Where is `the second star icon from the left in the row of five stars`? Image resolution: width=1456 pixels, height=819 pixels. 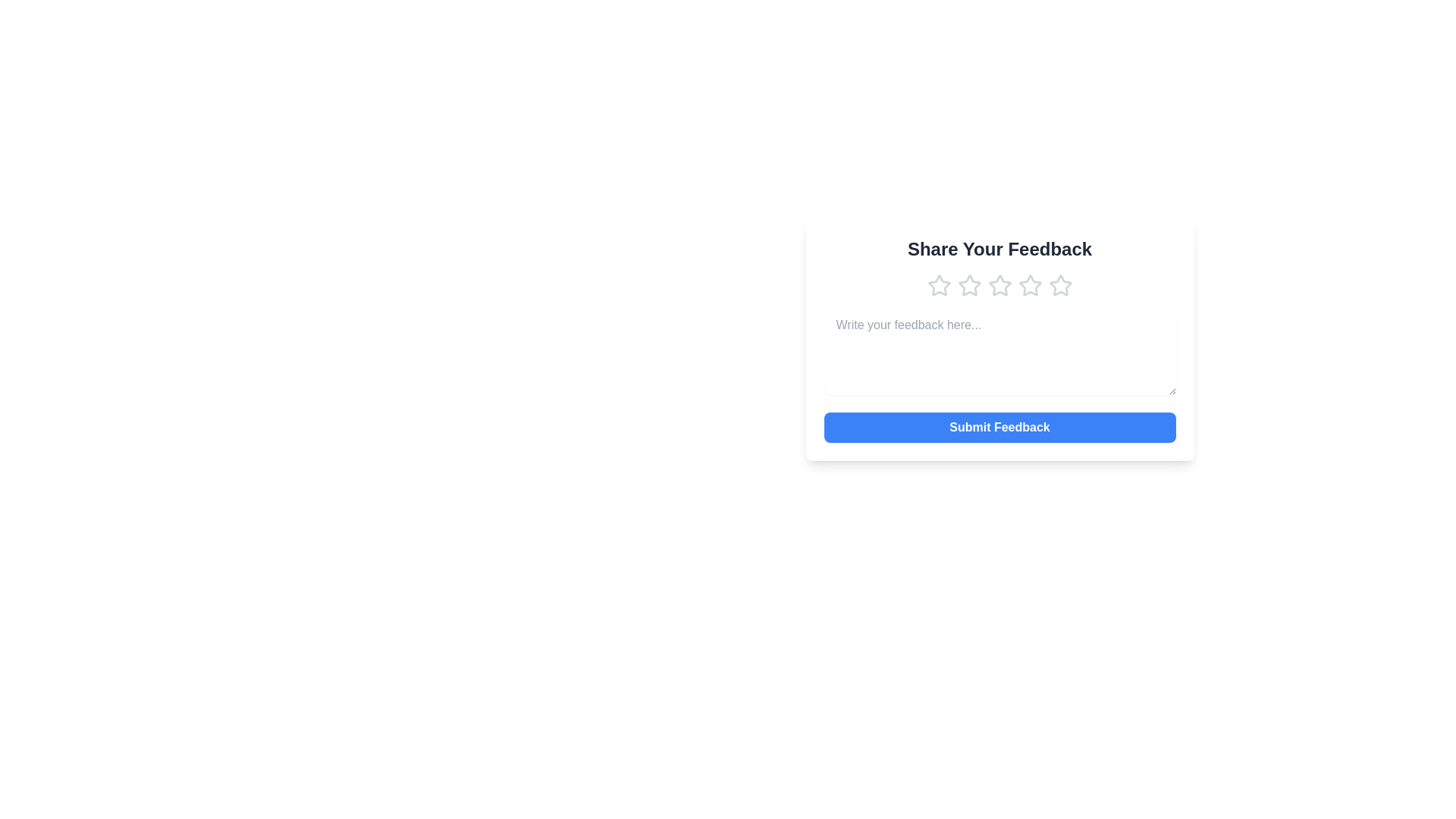 the second star icon from the left in the row of five stars is located at coordinates (968, 286).